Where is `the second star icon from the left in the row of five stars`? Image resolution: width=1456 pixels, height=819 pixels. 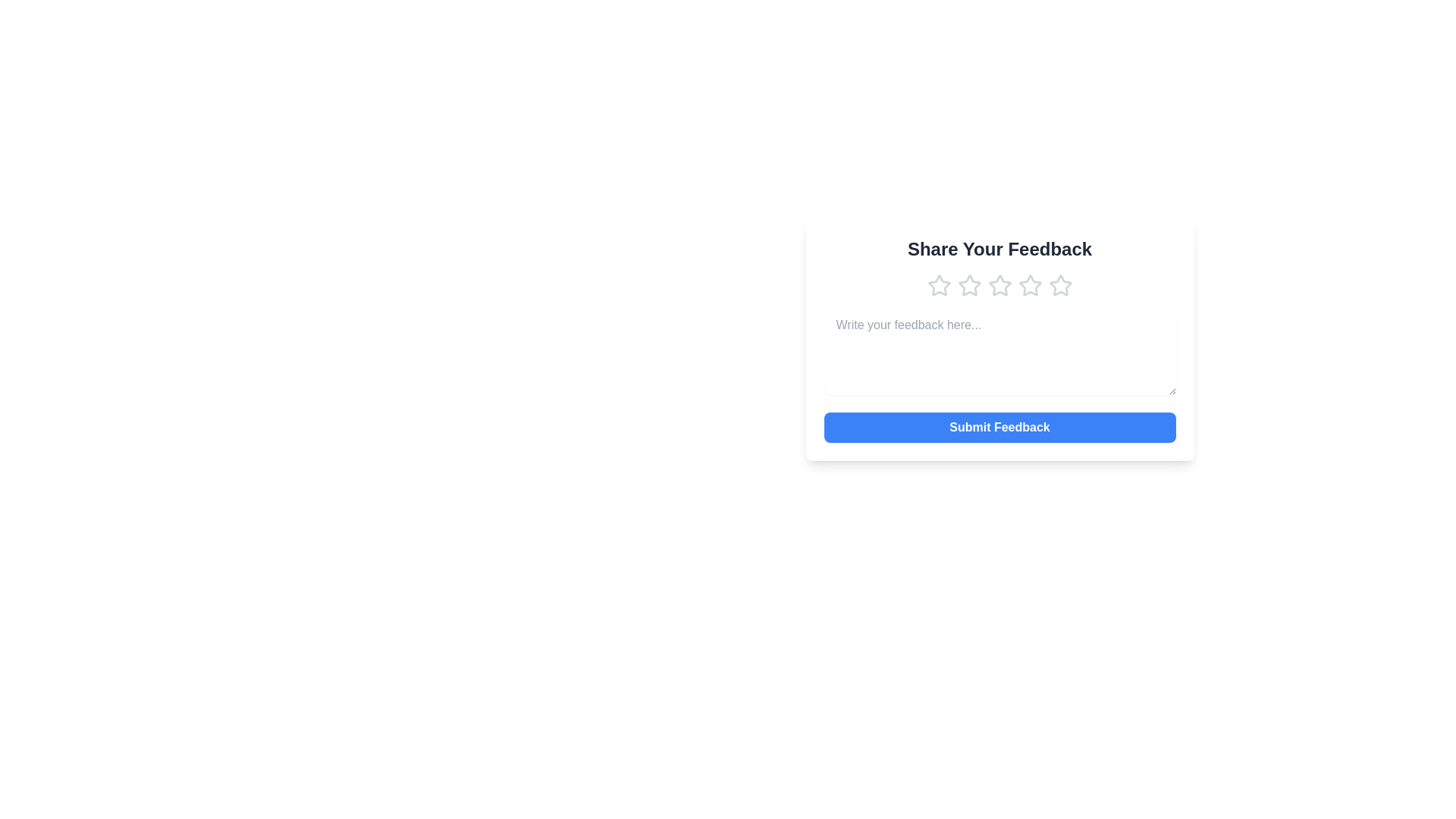 the second star icon from the left in the row of five stars is located at coordinates (968, 286).